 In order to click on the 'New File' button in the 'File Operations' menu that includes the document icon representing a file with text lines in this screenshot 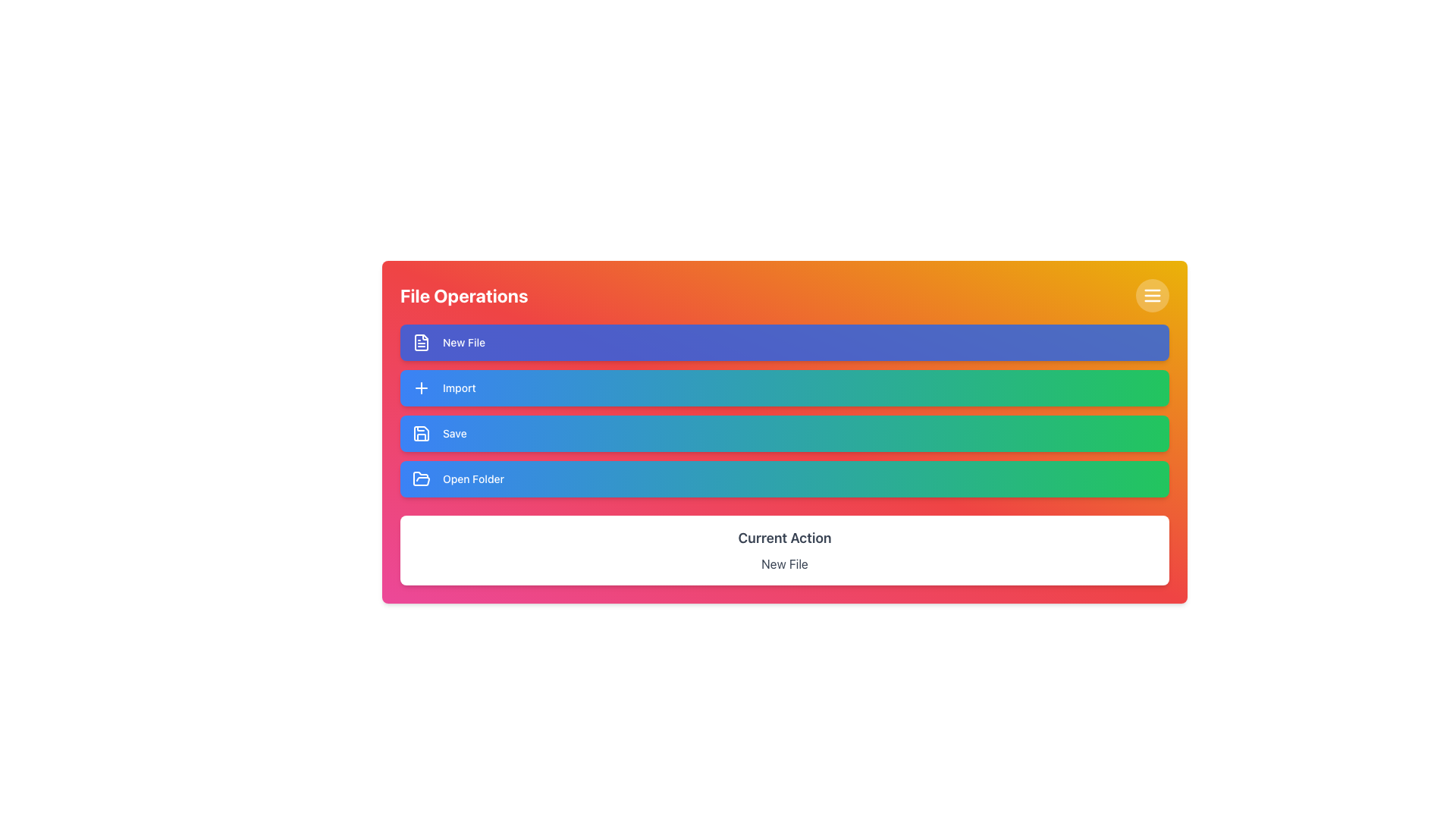, I will do `click(422, 342)`.